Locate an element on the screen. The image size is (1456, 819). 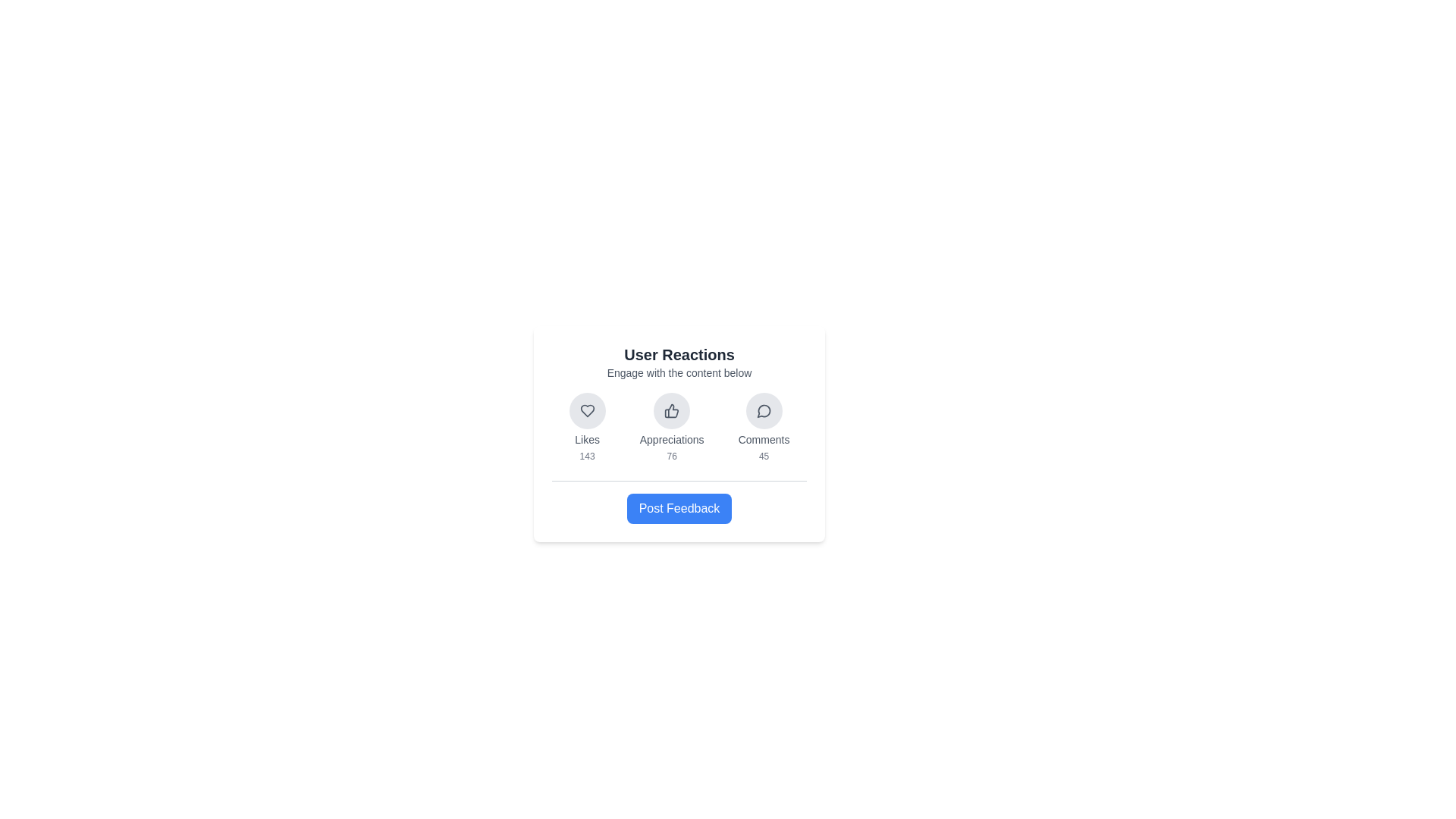
the heart-shaped icon for 'Likes' located under the 'User Reactions' title, which shows the number '143', as part of a larger feedback mechanism is located at coordinates (586, 411).